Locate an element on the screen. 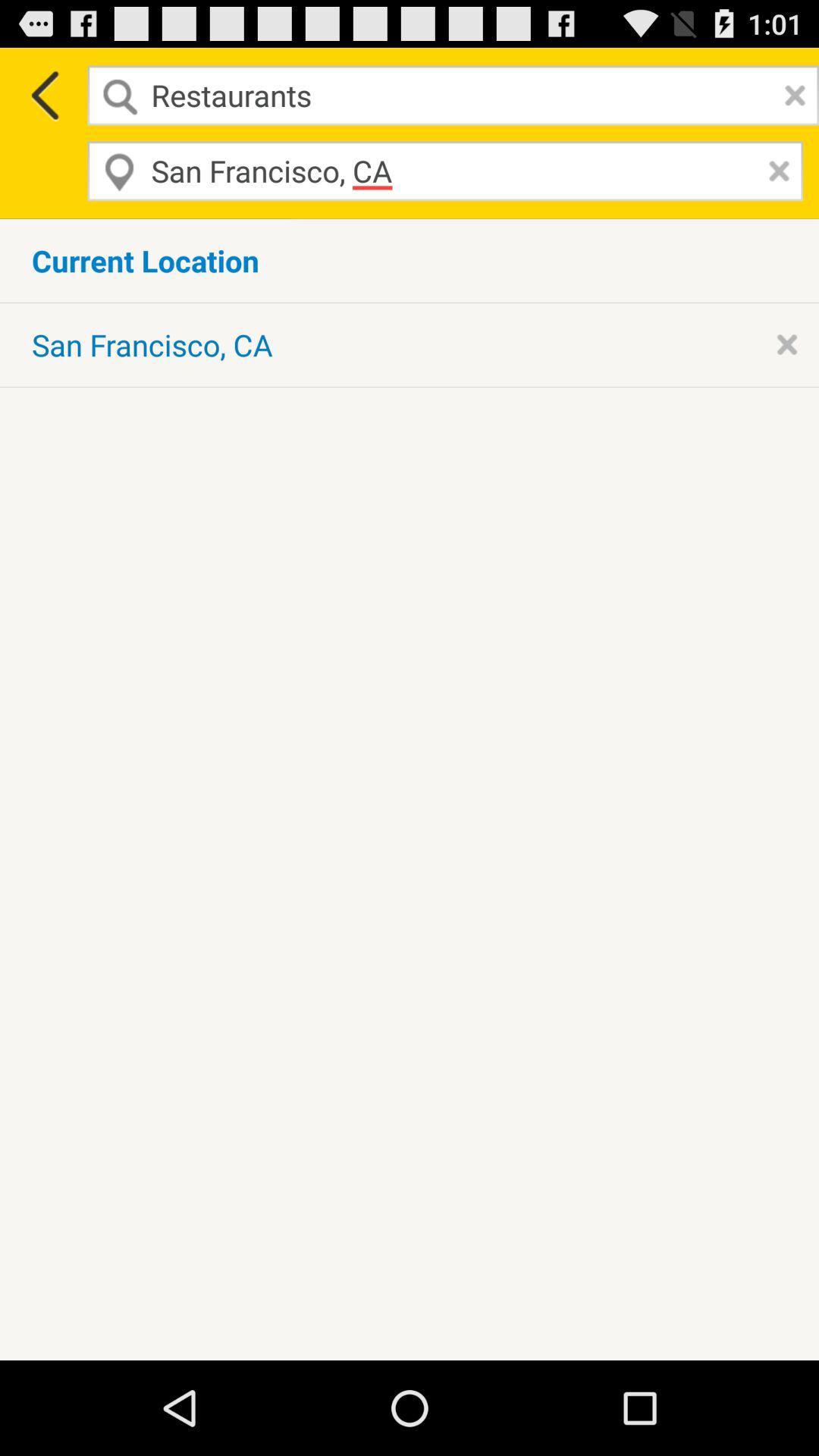 This screenshot has height=1456, width=819. the arrow_backward icon is located at coordinates (42, 101).